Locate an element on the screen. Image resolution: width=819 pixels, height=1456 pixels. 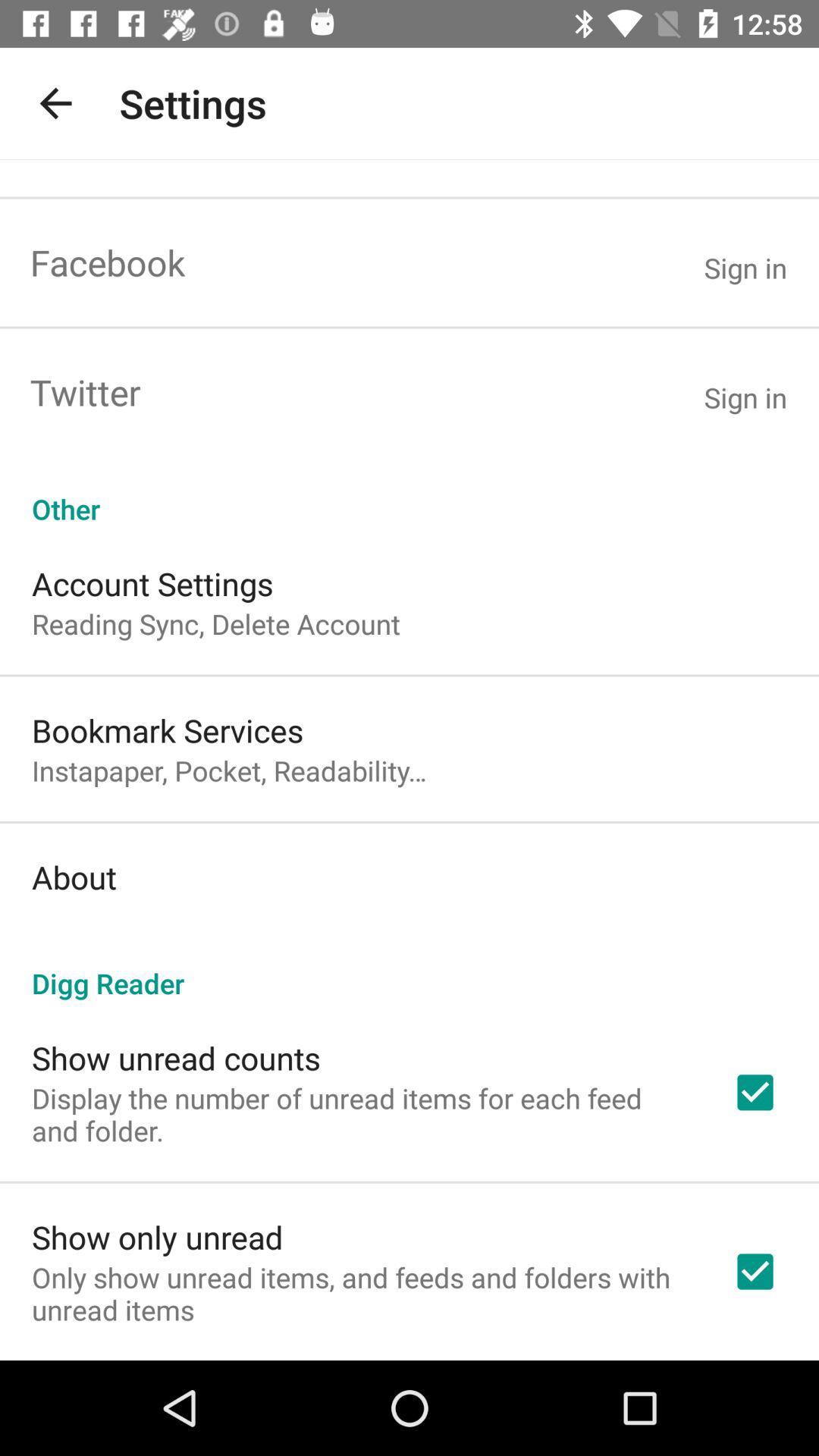
the item to the left of settings is located at coordinates (55, 102).